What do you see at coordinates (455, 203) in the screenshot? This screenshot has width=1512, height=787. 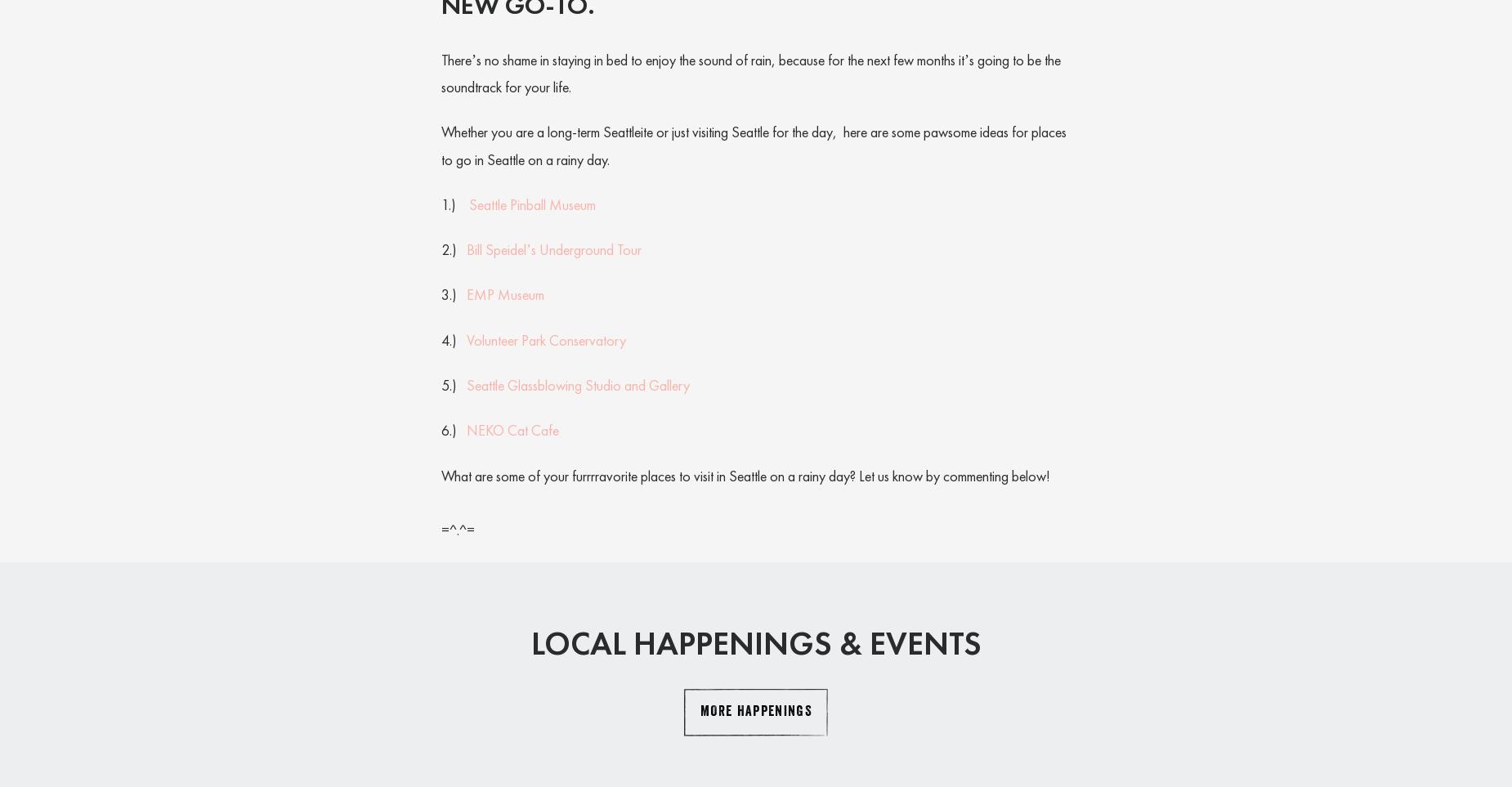 I see `'1.)'` at bounding box center [455, 203].